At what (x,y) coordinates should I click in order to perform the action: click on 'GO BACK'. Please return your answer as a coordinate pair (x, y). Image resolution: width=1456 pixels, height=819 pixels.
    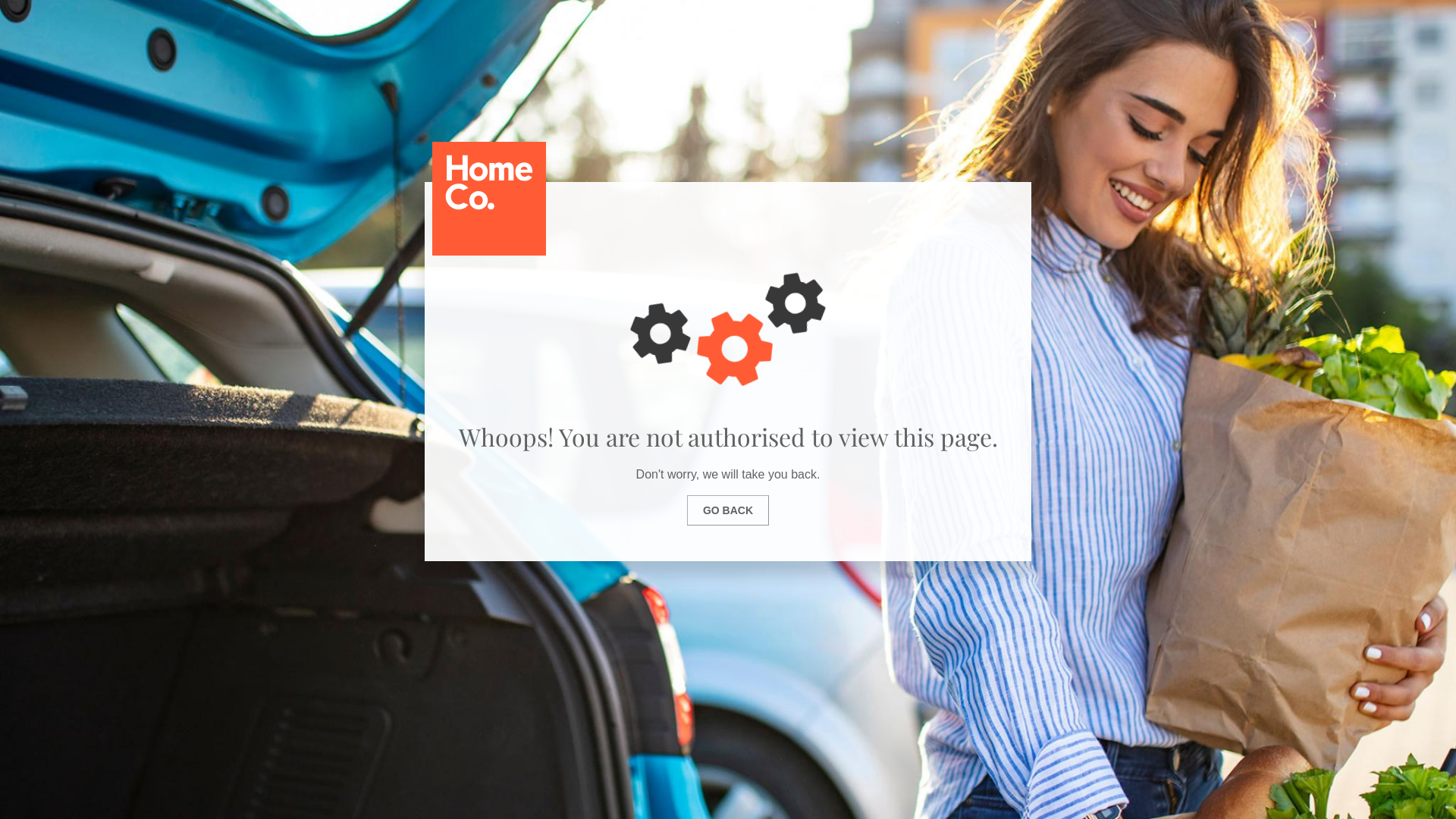
    Looking at the image, I should click on (728, 510).